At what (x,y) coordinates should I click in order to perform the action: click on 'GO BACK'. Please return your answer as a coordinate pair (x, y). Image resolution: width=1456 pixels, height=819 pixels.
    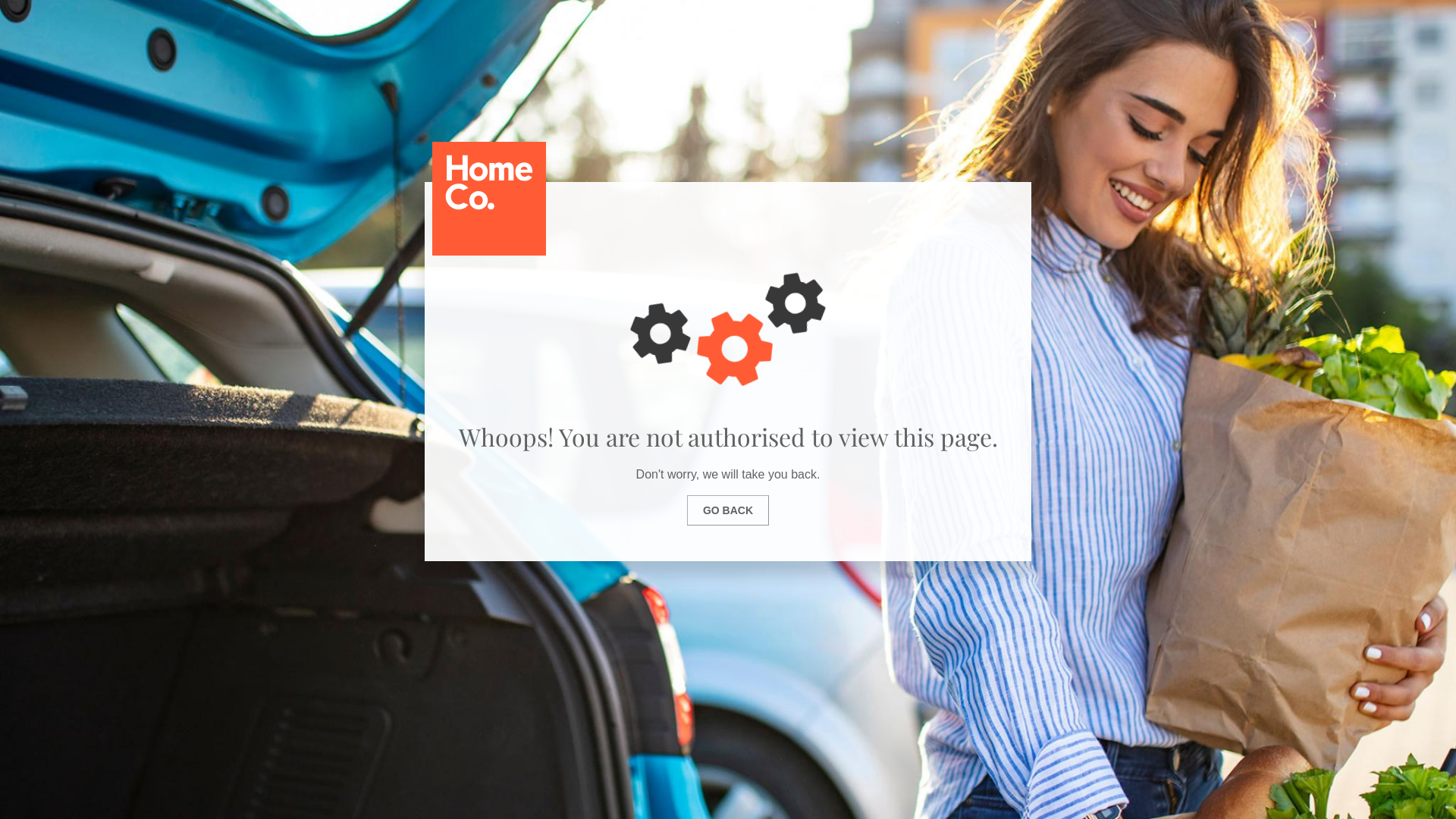
    Looking at the image, I should click on (728, 510).